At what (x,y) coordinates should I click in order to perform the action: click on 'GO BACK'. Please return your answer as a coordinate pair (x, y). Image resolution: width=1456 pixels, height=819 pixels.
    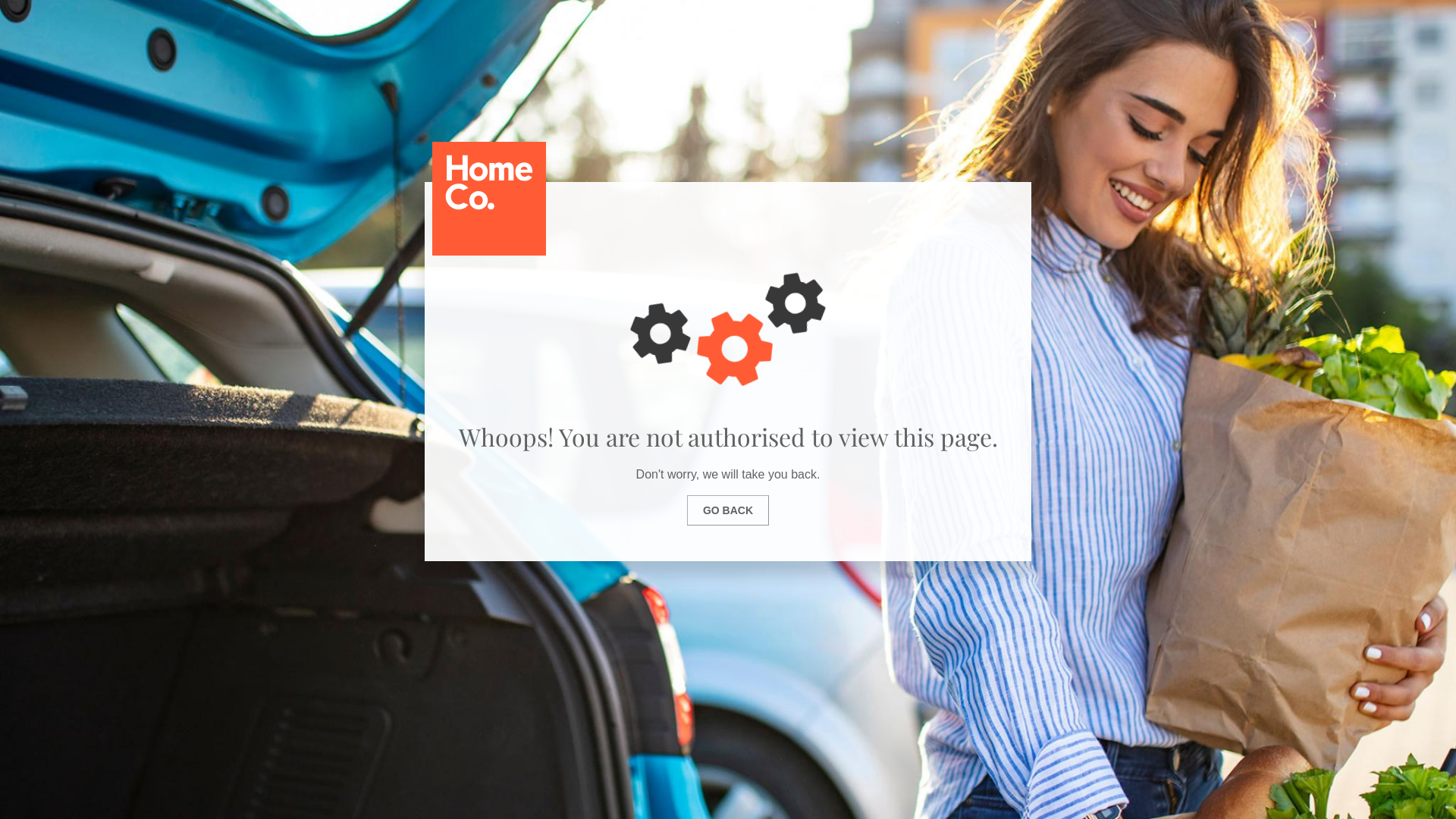
    Looking at the image, I should click on (728, 510).